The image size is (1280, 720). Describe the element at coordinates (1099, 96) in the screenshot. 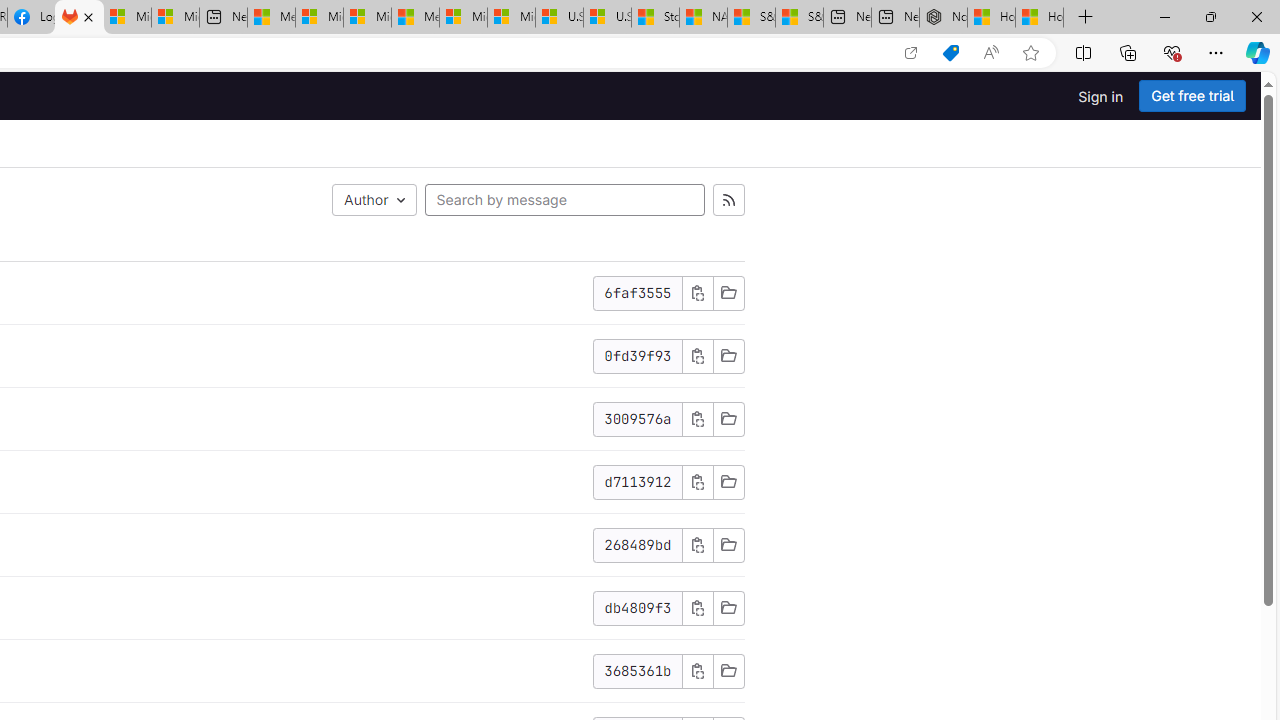

I see `'Sign in'` at that location.